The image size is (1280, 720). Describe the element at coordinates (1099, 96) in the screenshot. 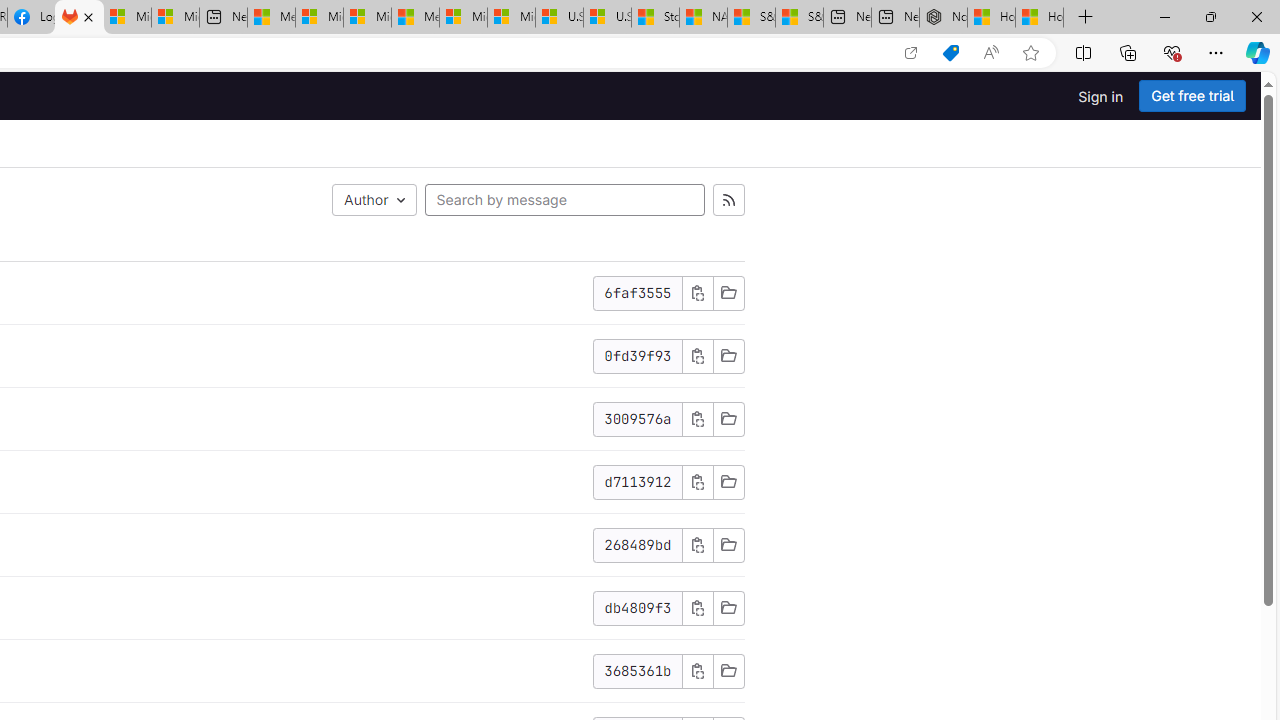

I see `'Sign in'` at that location.